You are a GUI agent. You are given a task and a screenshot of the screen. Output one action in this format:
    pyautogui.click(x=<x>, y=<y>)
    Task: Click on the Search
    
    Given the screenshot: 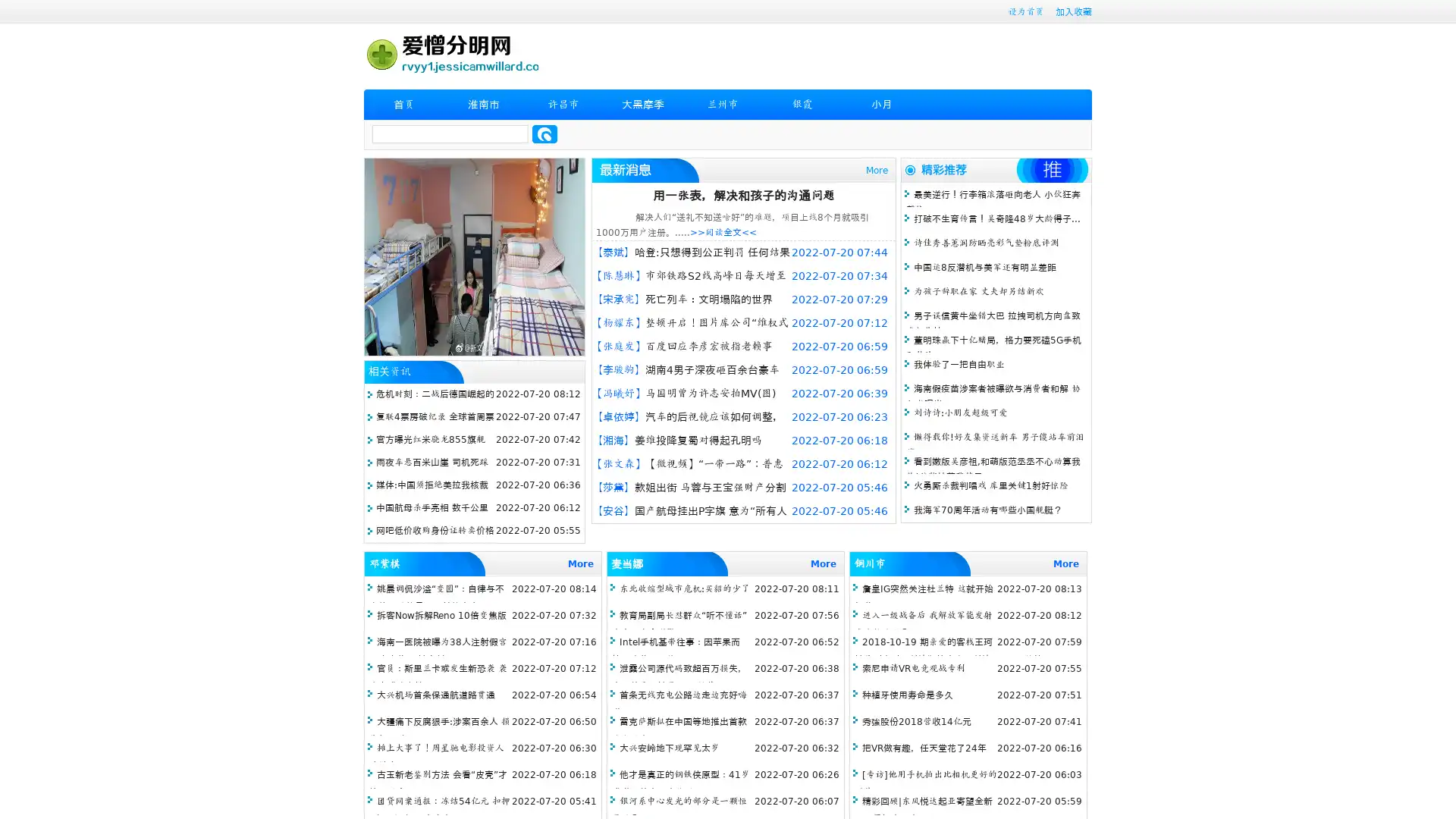 What is the action you would take?
    pyautogui.click(x=544, y=133)
    